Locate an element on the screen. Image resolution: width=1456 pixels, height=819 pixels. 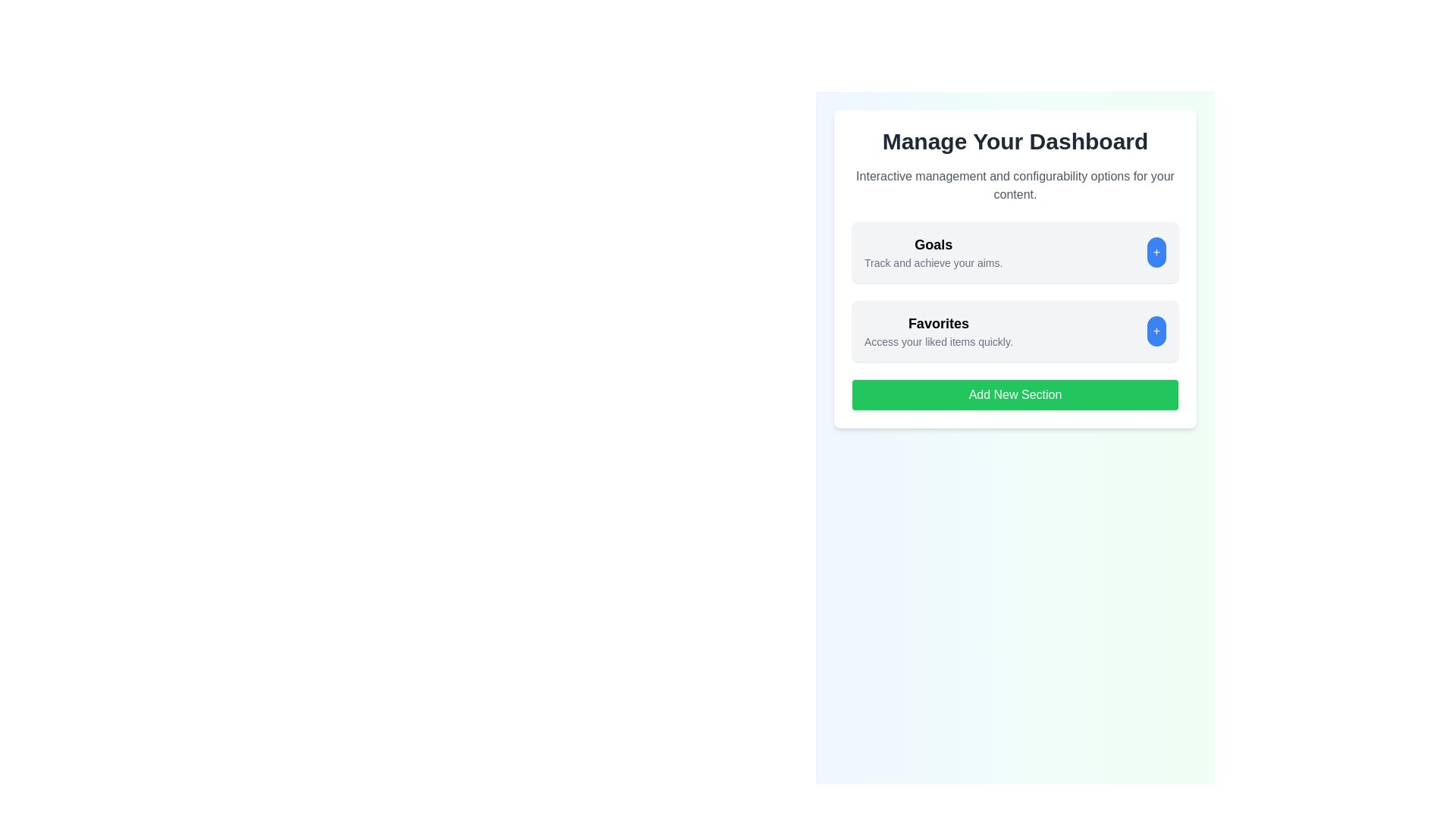
the circular blue button with a white plus sign is located at coordinates (1156, 330).